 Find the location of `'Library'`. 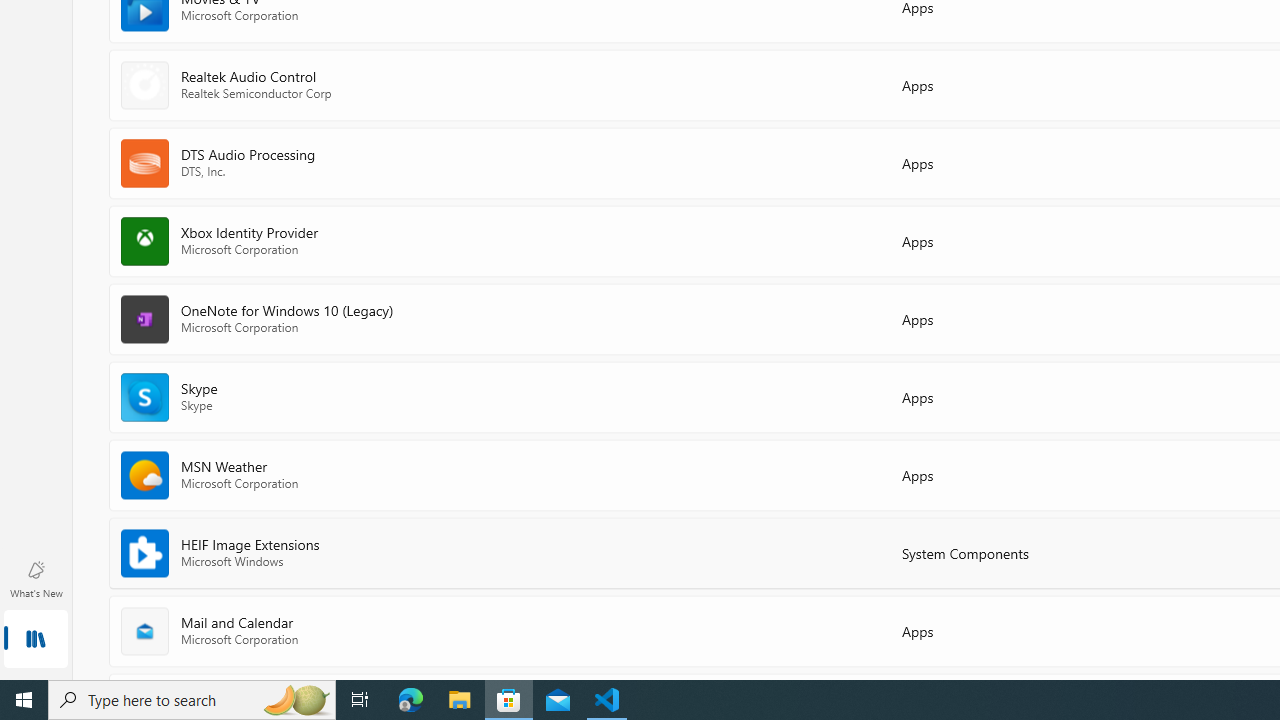

'Library' is located at coordinates (35, 640).